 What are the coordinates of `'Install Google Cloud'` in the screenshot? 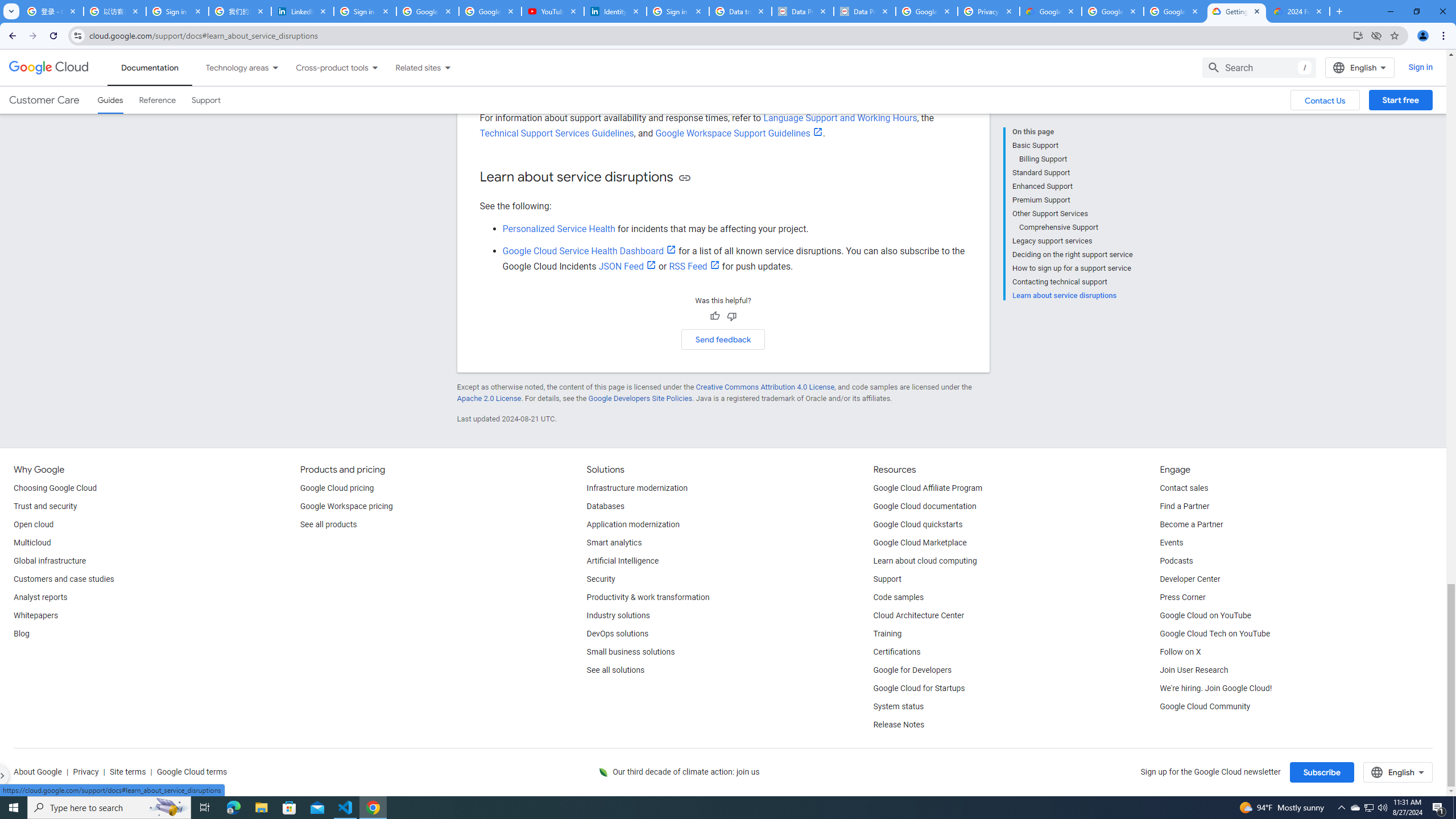 It's located at (1358, 35).